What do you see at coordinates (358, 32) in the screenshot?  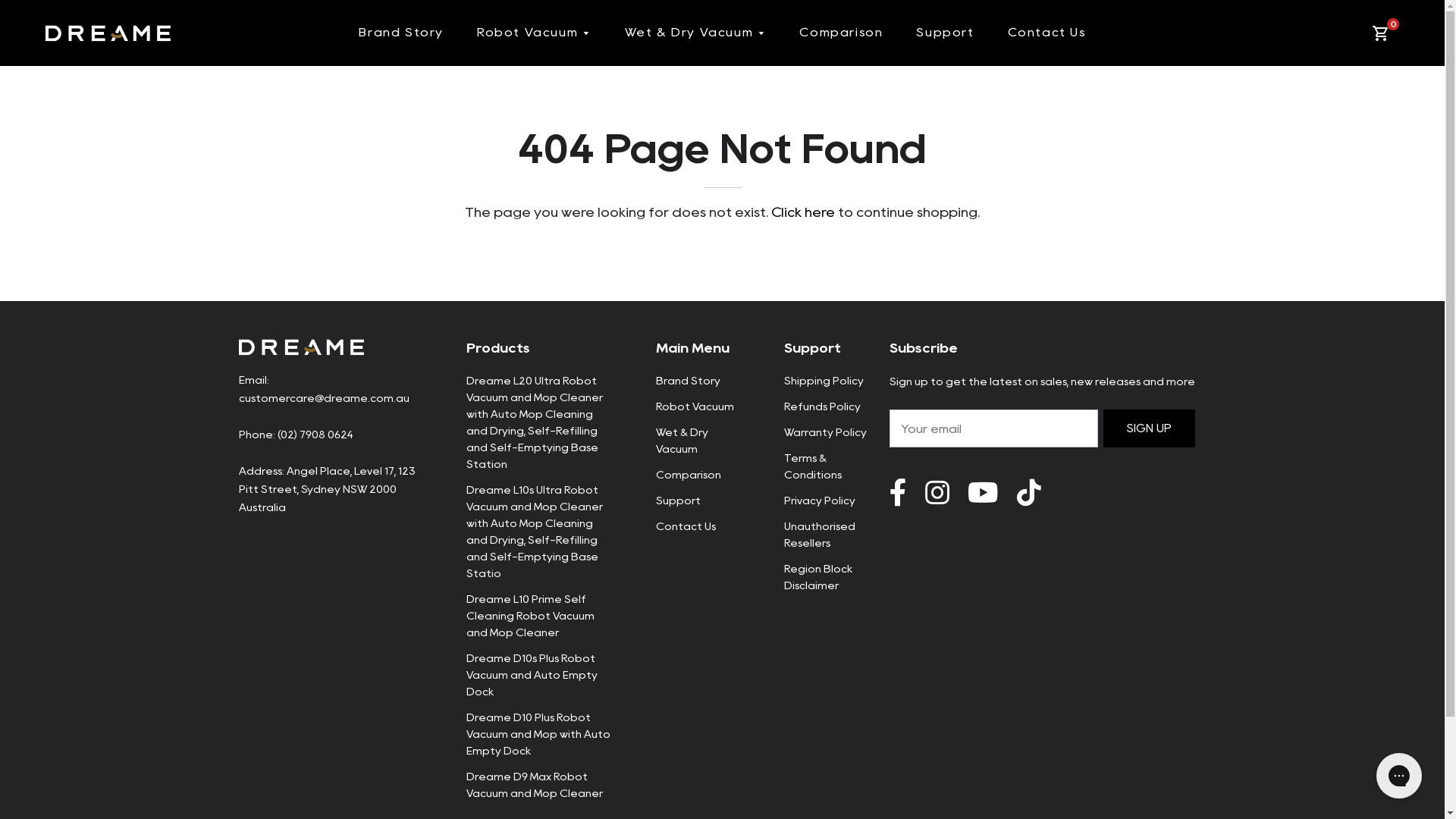 I see `'Brand Story'` at bounding box center [358, 32].